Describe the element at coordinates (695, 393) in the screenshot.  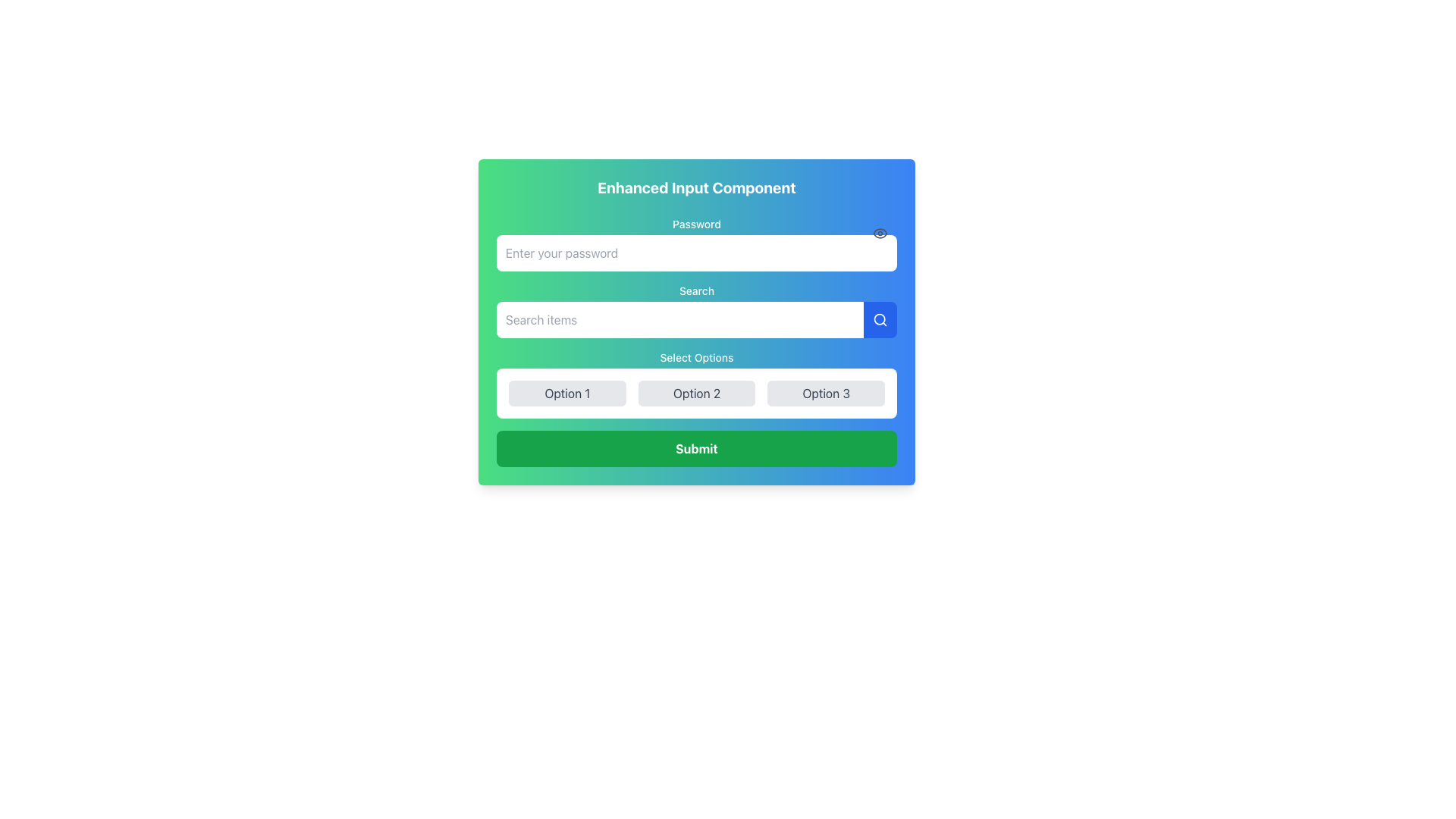
I see `the second button labeled 'Option 2'` at that location.